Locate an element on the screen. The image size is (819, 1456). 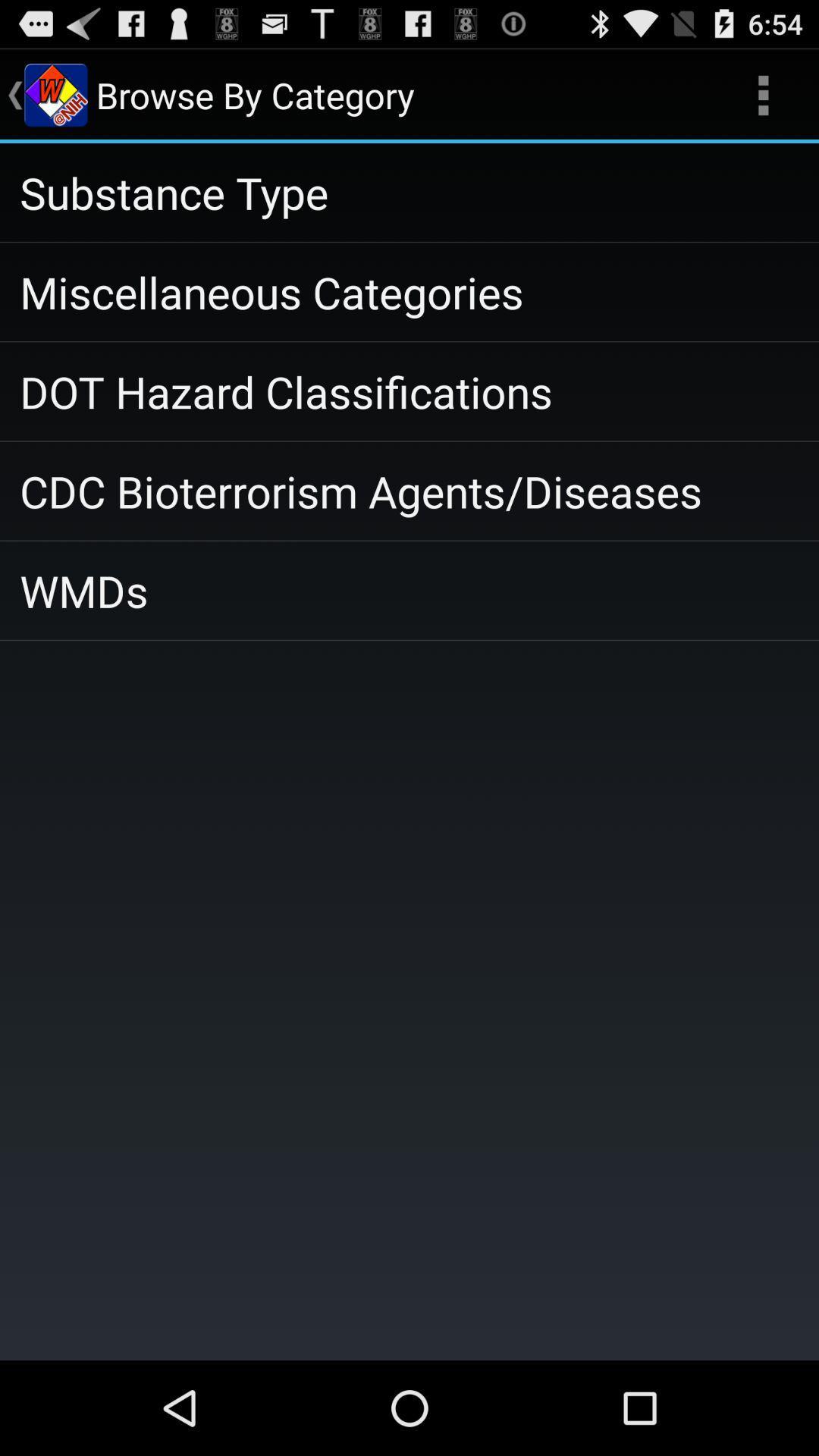
substance type app is located at coordinates (409, 191).